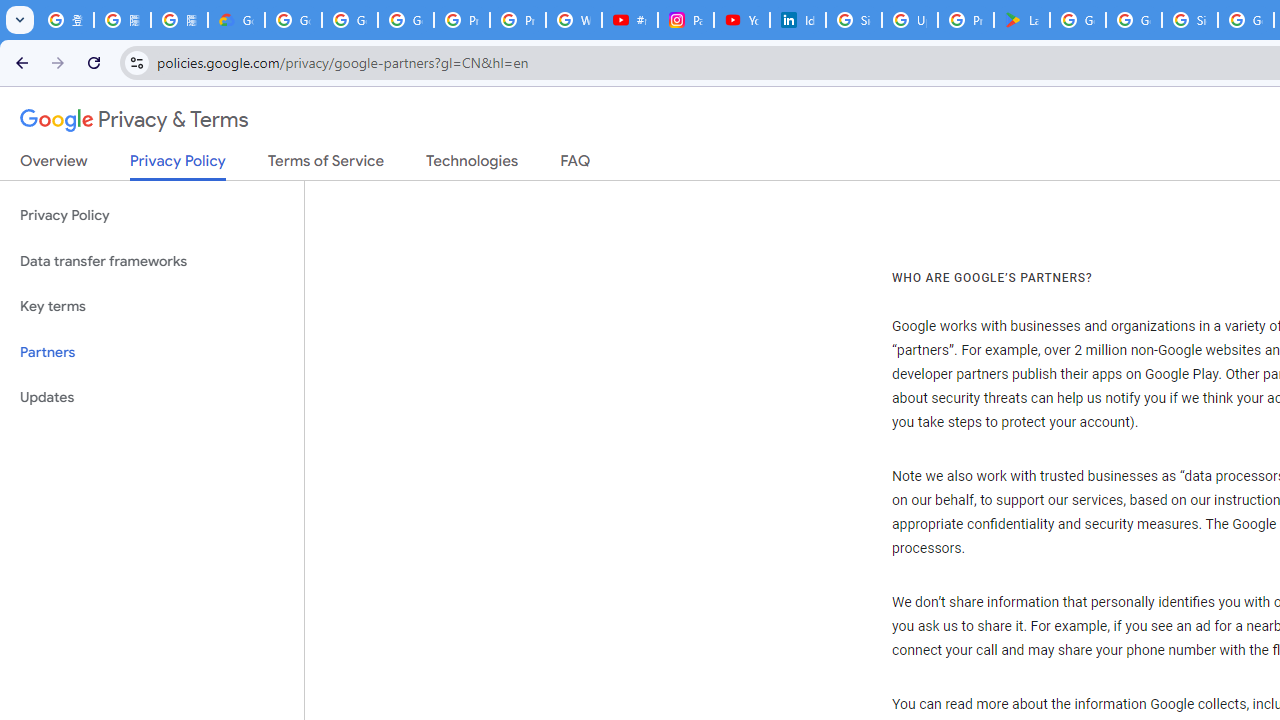 This screenshot has height=720, width=1280. I want to click on 'Overview', so click(54, 164).